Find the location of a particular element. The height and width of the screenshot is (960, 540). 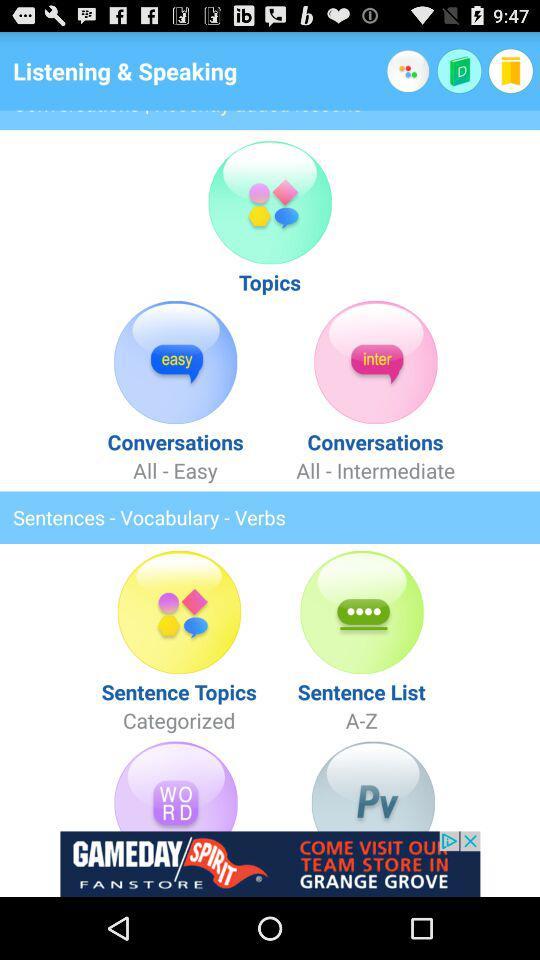

the sliders icon is located at coordinates (175, 839).